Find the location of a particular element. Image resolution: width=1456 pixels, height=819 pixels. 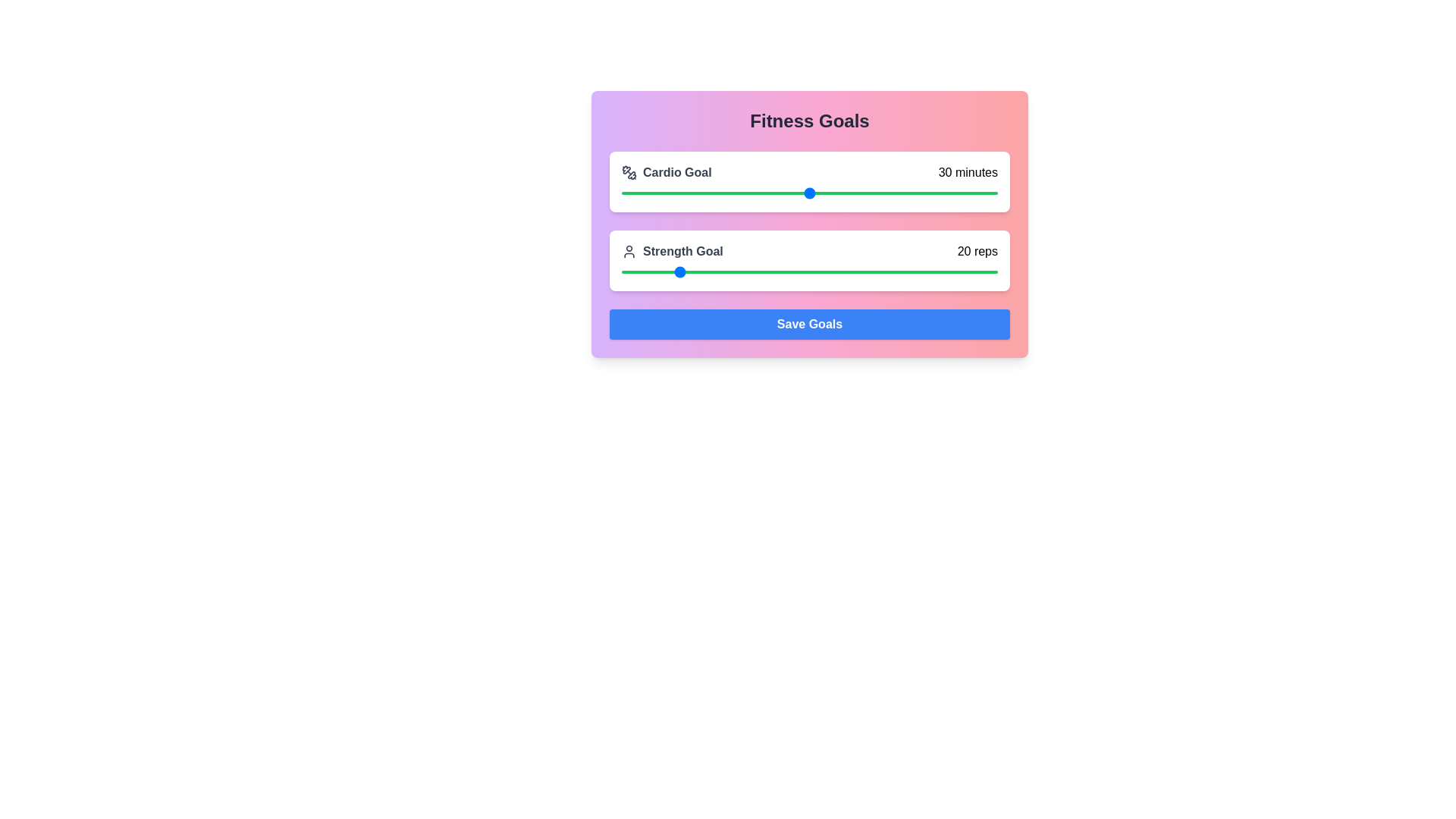

the strength goal is located at coordinates (858, 271).